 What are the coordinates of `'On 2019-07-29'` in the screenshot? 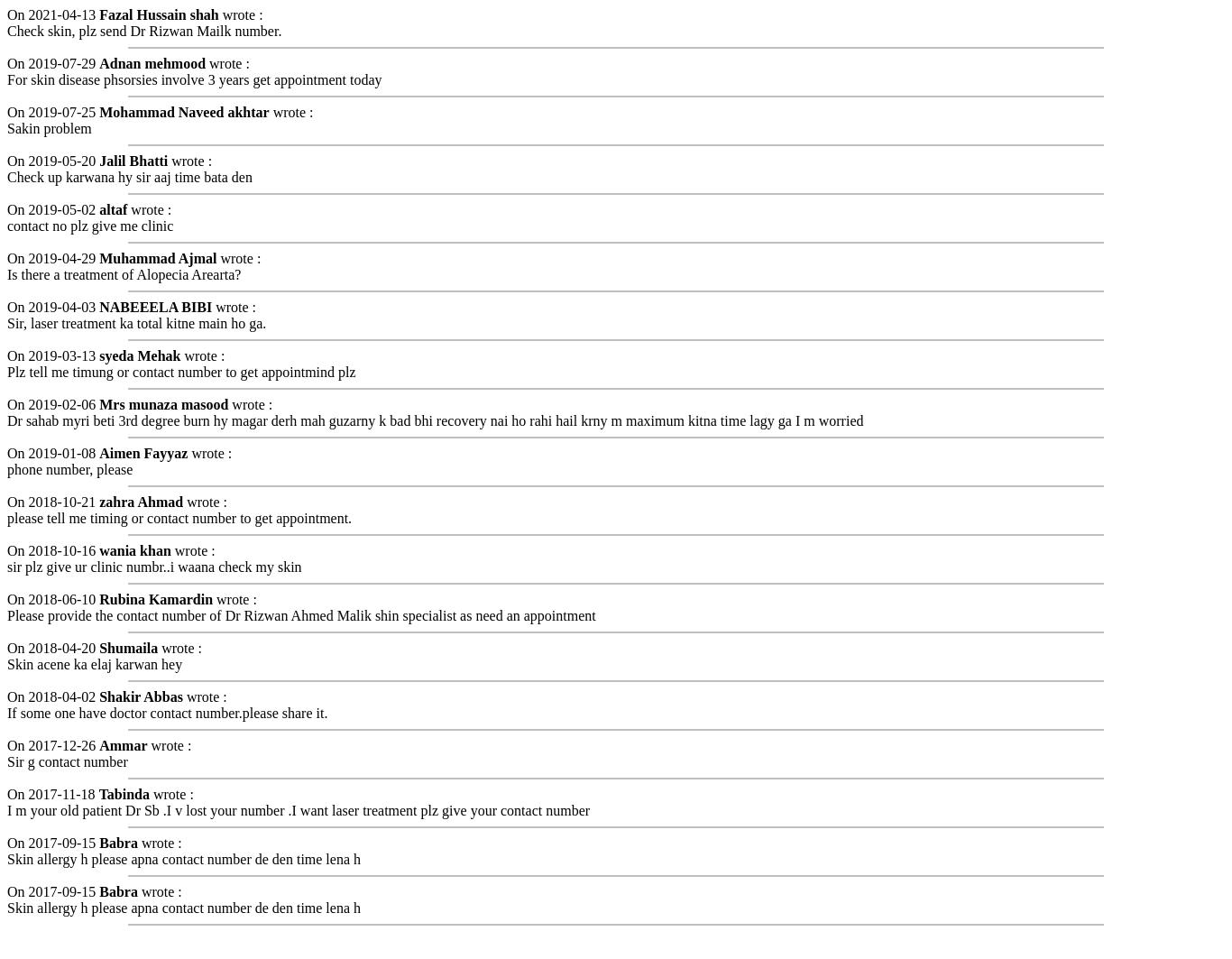 It's located at (53, 62).